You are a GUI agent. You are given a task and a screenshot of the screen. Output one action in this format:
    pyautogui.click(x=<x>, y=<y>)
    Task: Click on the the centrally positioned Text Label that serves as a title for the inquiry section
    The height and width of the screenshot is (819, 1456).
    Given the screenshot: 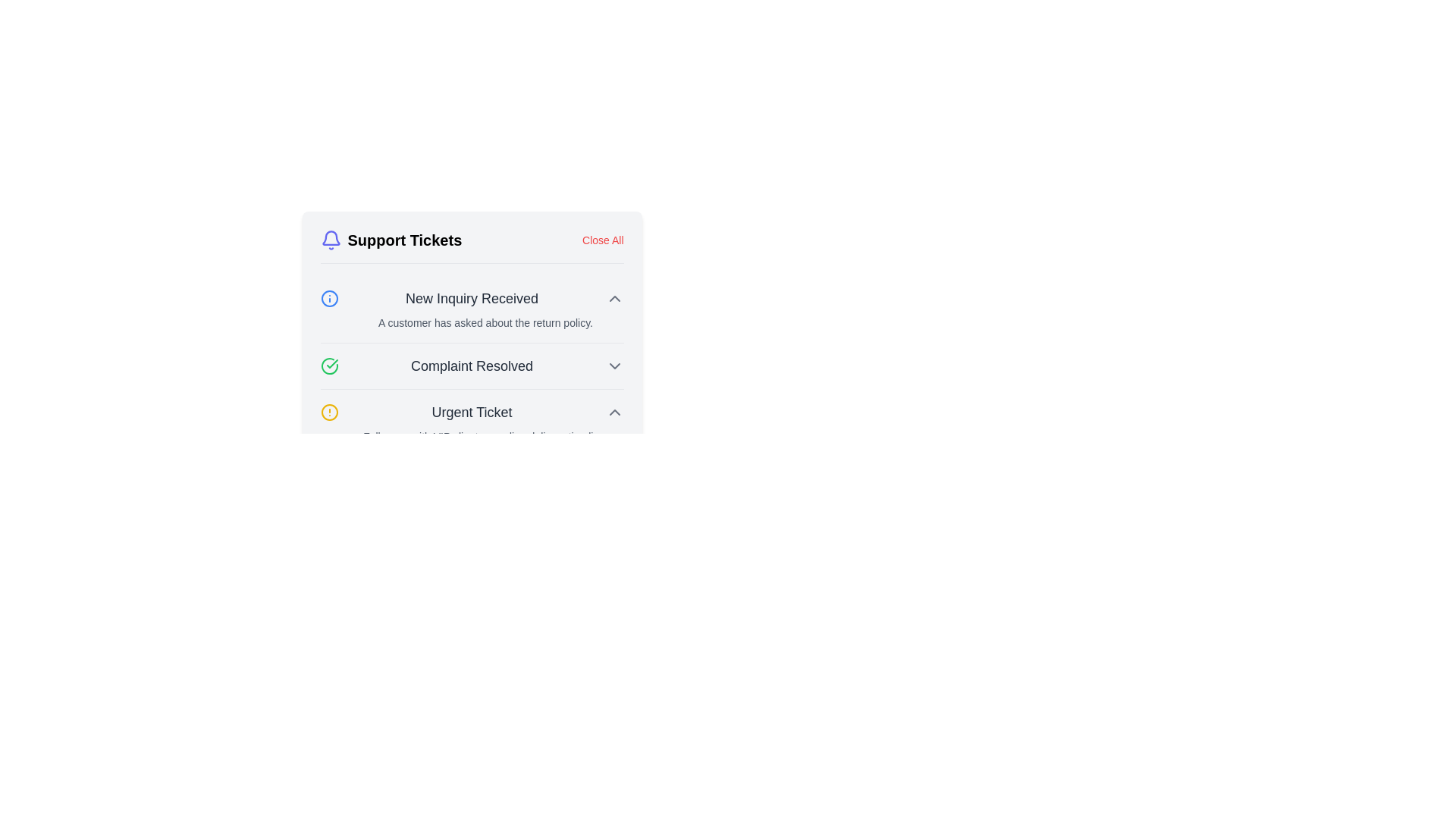 What is the action you would take?
    pyautogui.click(x=471, y=298)
    